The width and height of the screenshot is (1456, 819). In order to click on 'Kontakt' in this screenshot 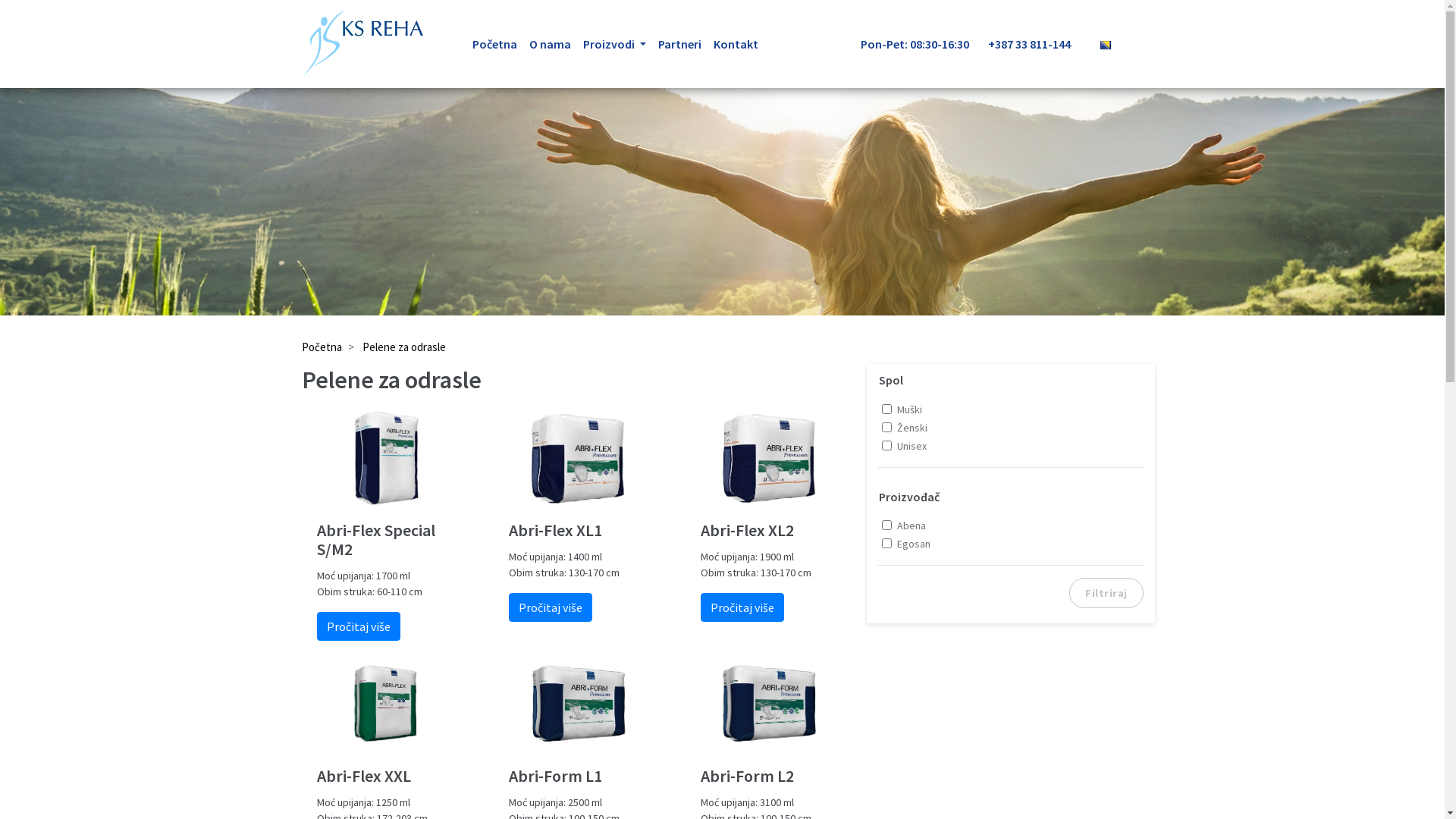, I will do `click(736, 42)`.